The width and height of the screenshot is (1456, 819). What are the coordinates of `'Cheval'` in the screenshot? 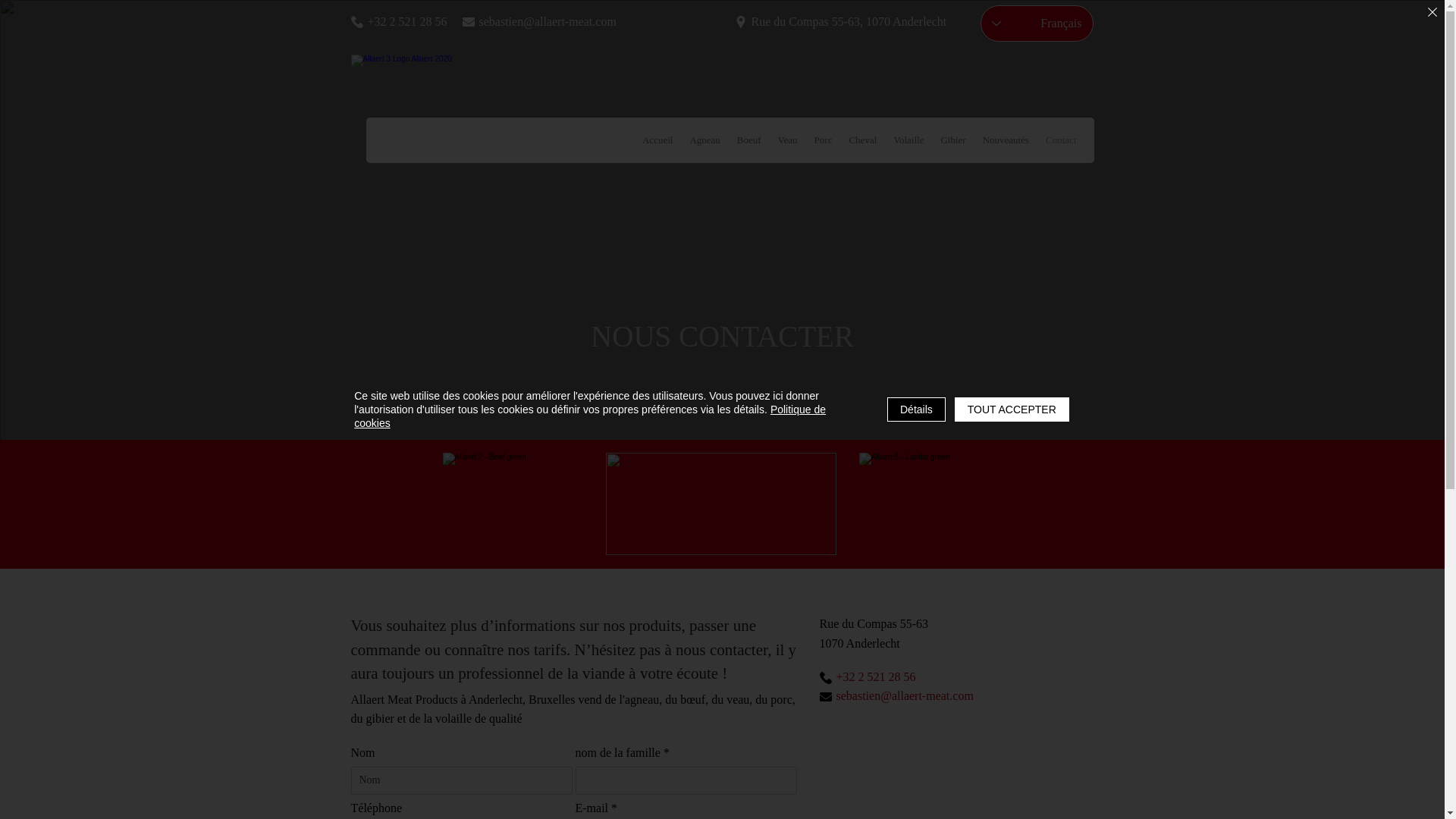 It's located at (862, 140).